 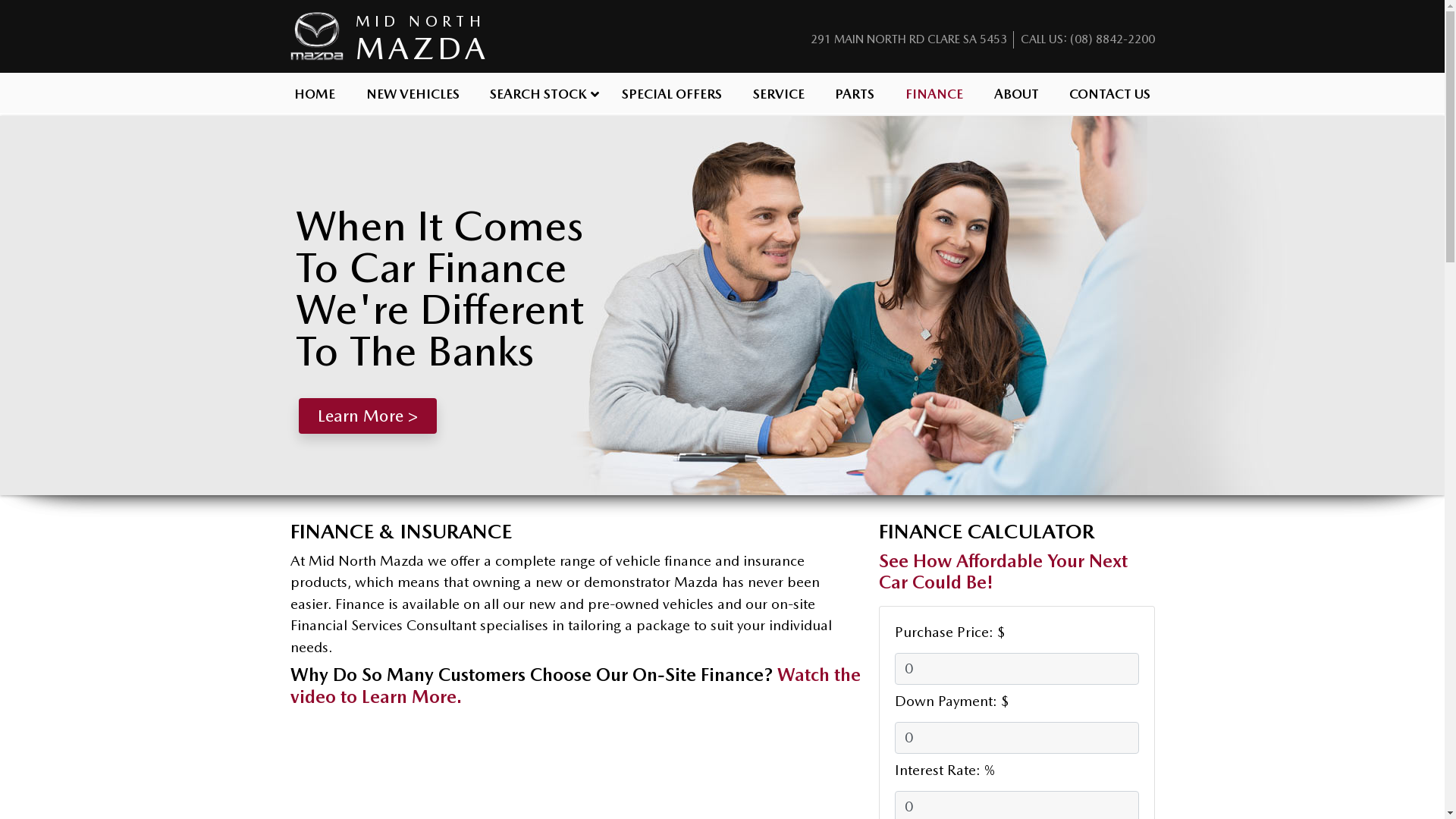 What do you see at coordinates (934, 93) in the screenshot?
I see `'FINANCE'` at bounding box center [934, 93].